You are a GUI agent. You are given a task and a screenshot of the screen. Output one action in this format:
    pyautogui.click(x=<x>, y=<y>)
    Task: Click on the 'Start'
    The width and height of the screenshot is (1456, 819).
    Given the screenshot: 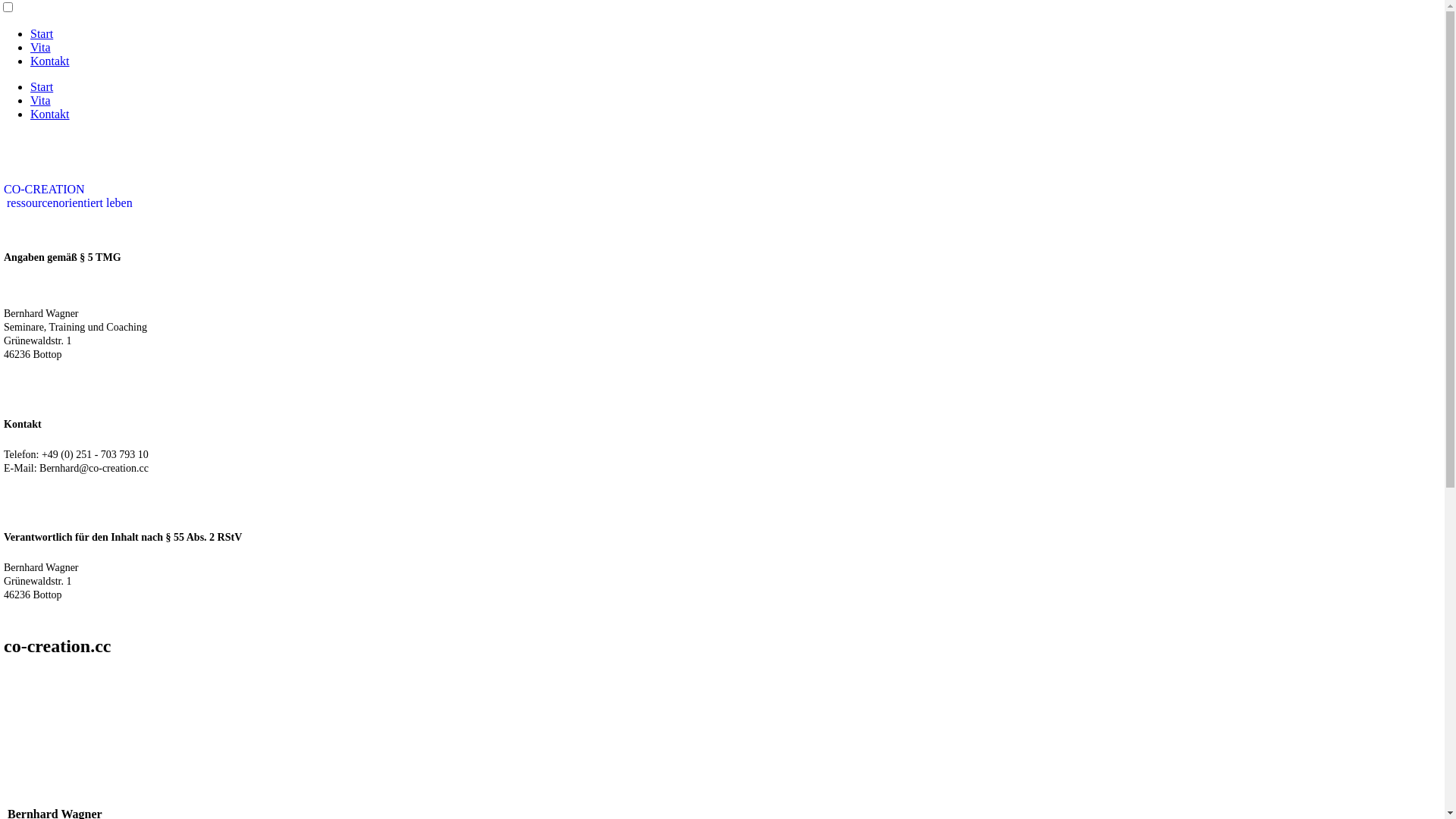 What is the action you would take?
    pyautogui.click(x=30, y=86)
    